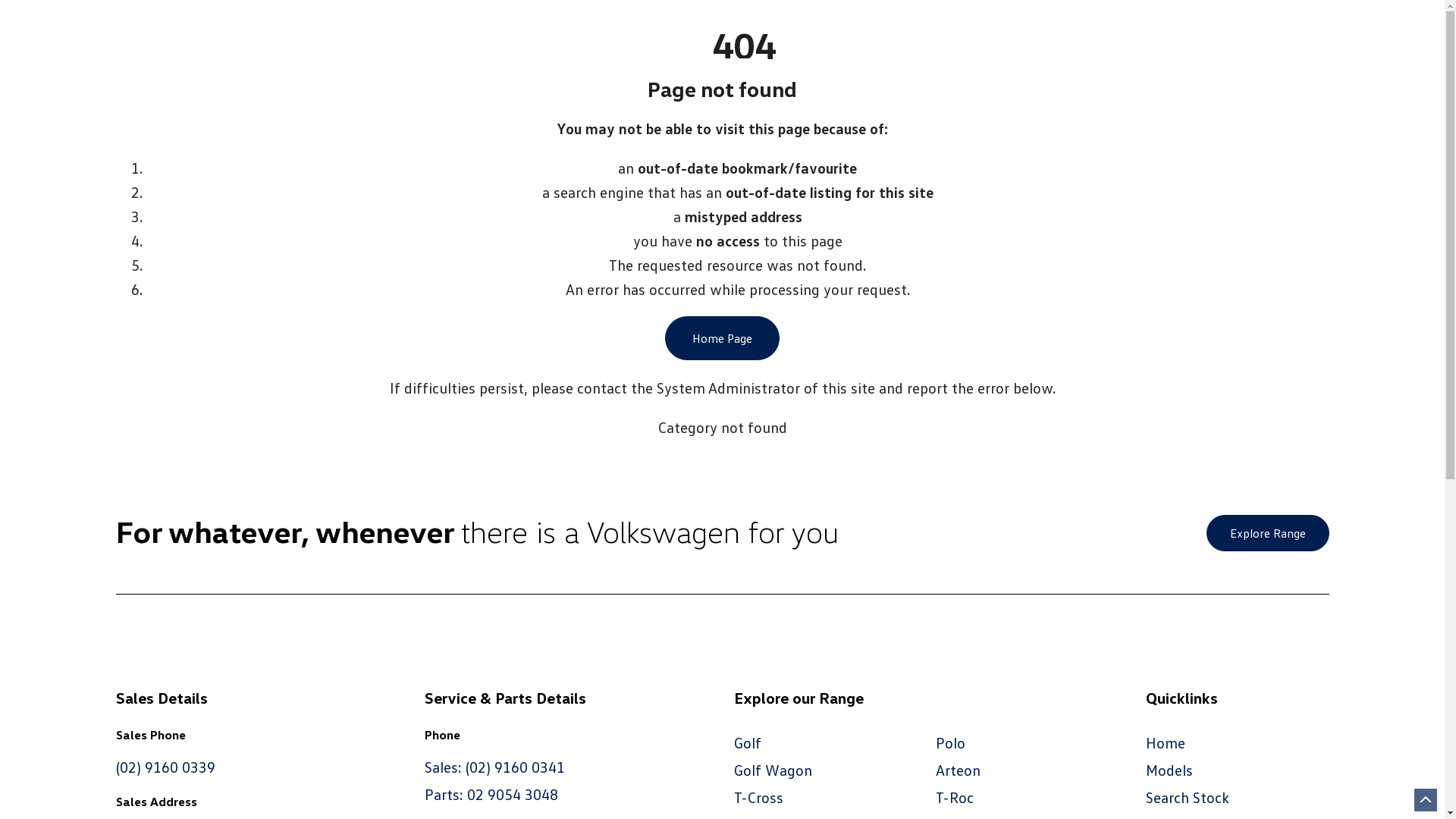 Image resolution: width=1456 pixels, height=819 pixels. Describe the element at coordinates (1164, 742) in the screenshot. I see `'Home'` at that location.